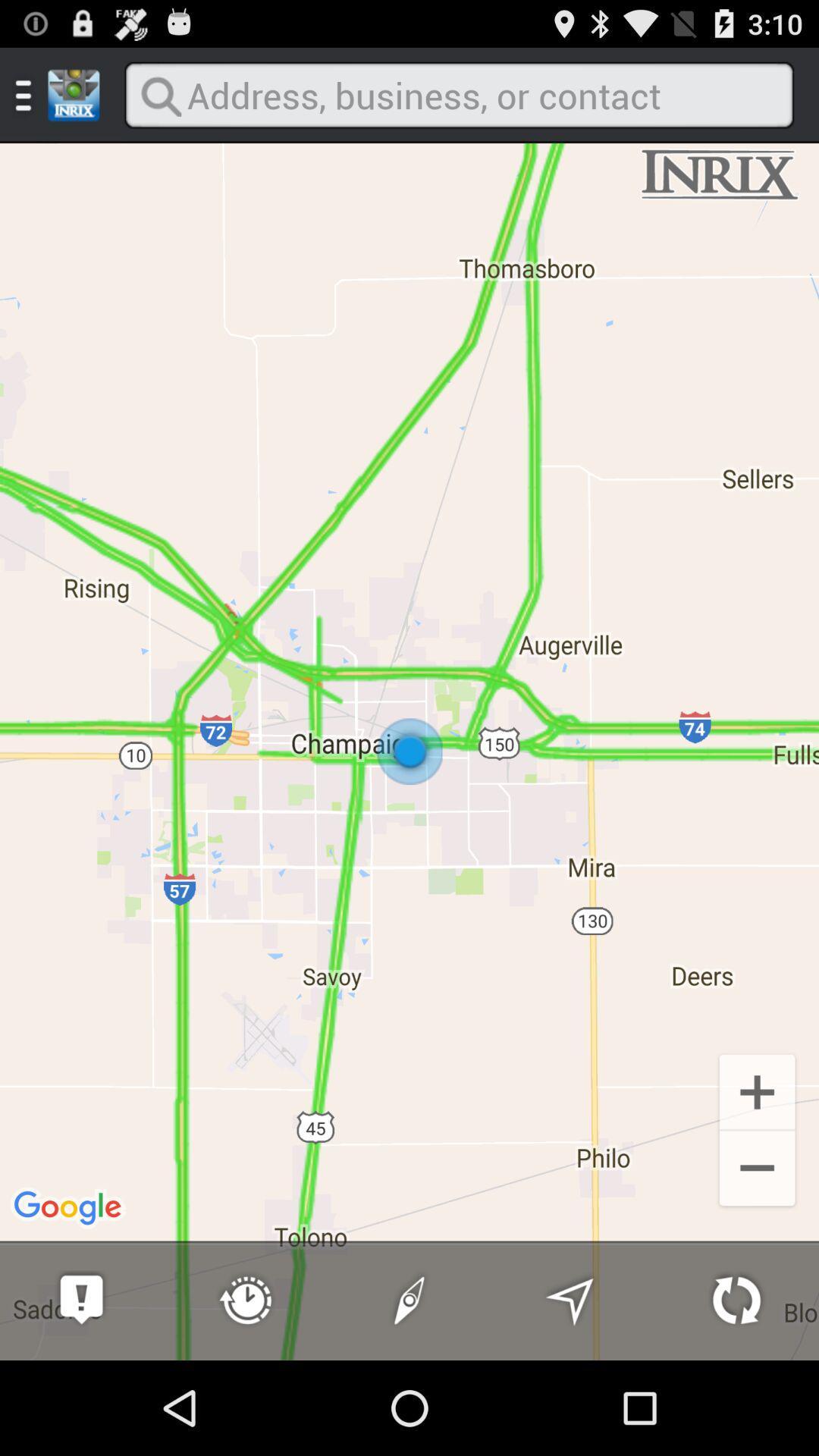 The height and width of the screenshot is (1456, 819). I want to click on search term, so click(458, 94).